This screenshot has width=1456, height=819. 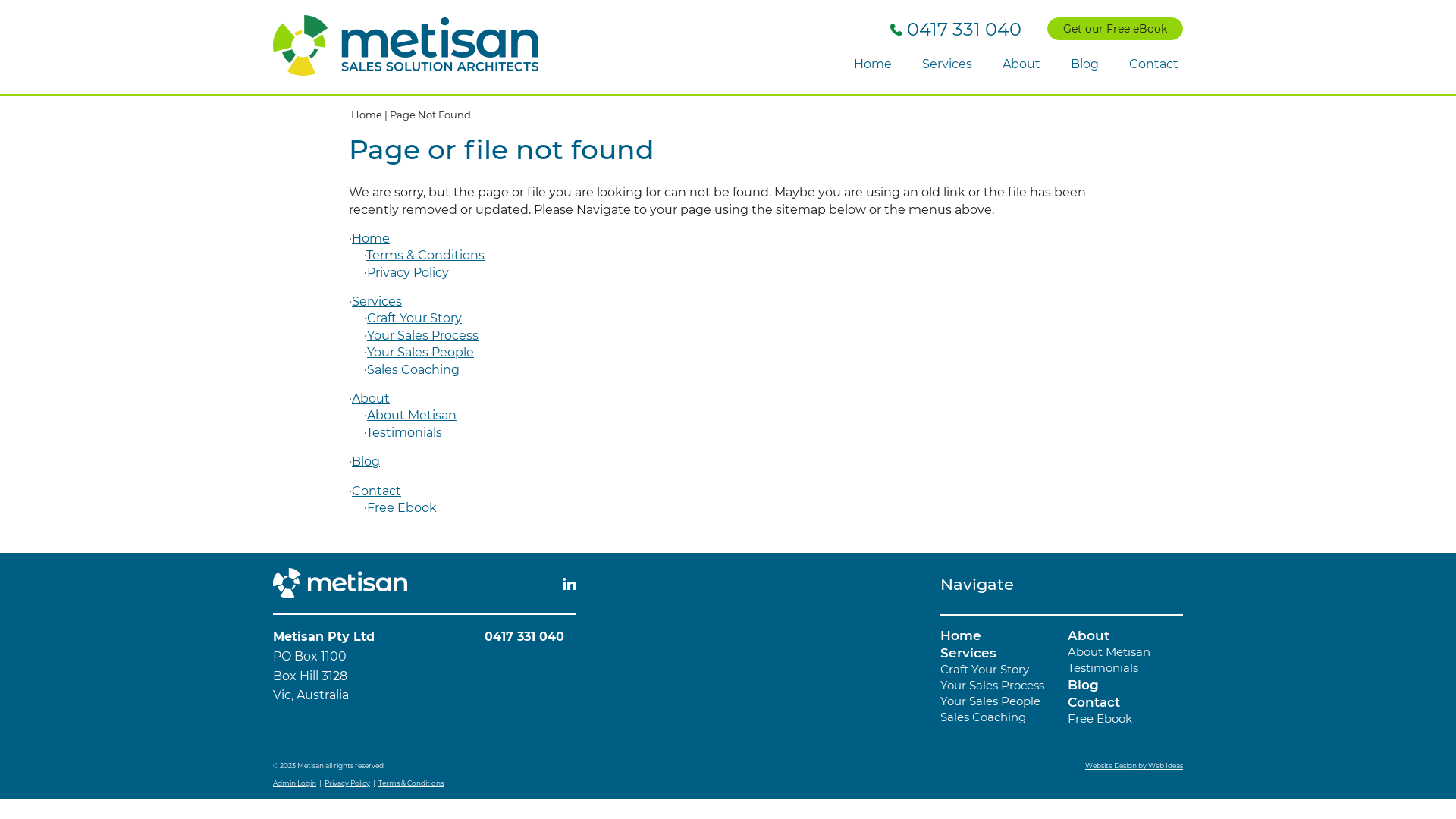 What do you see at coordinates (401, 507) in the screenshot?
I see `'Free Ebook'` at bounding box center [401, 507].